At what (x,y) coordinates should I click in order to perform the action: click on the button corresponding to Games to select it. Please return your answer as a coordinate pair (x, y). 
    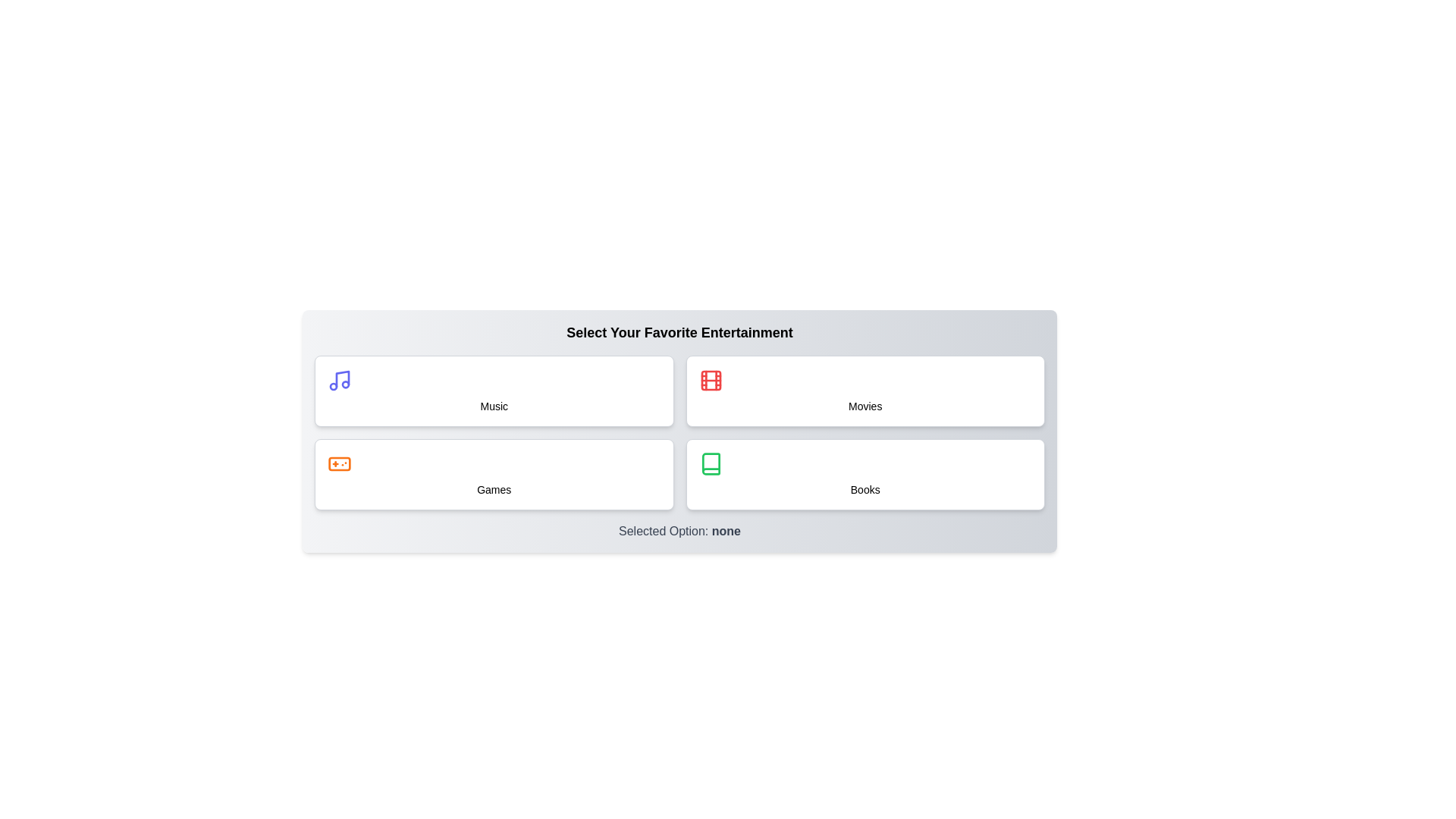
    Looking at the image, I should click on (494, 473).